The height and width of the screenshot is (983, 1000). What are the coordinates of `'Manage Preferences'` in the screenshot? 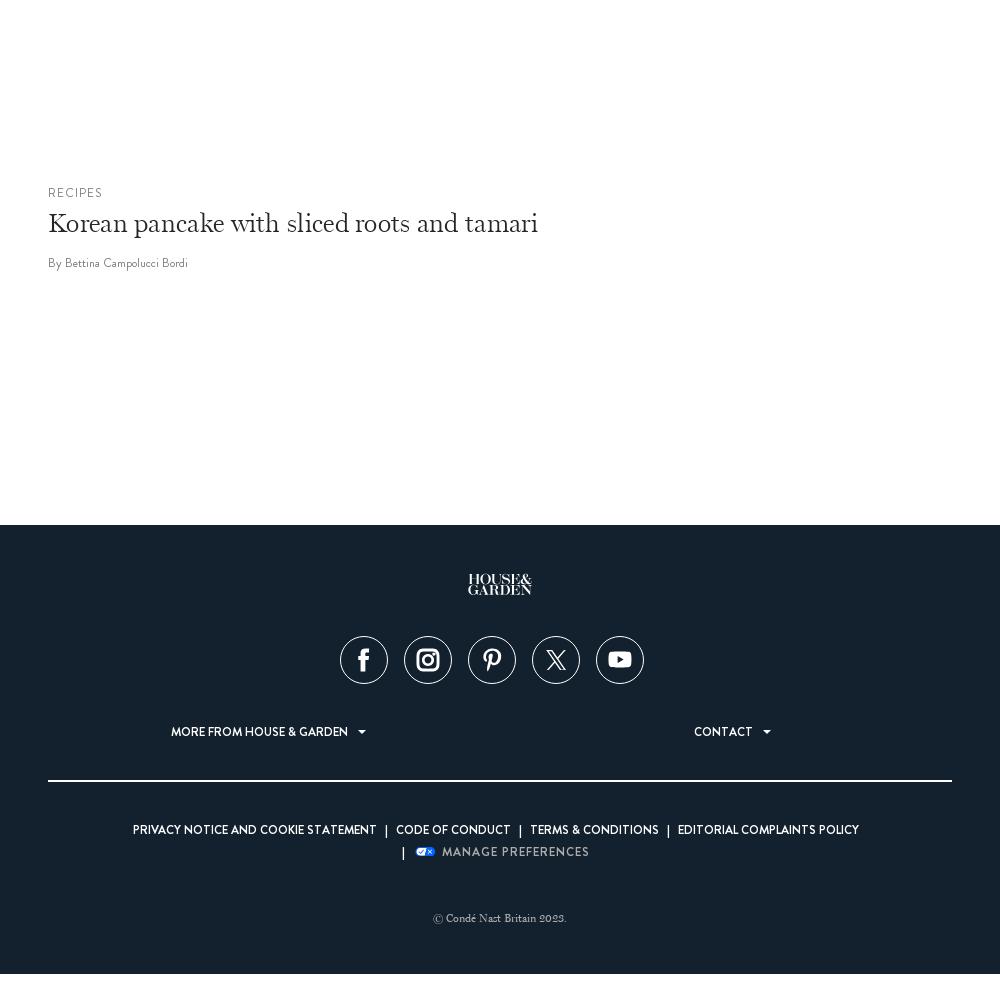 It's located at (516, 851).